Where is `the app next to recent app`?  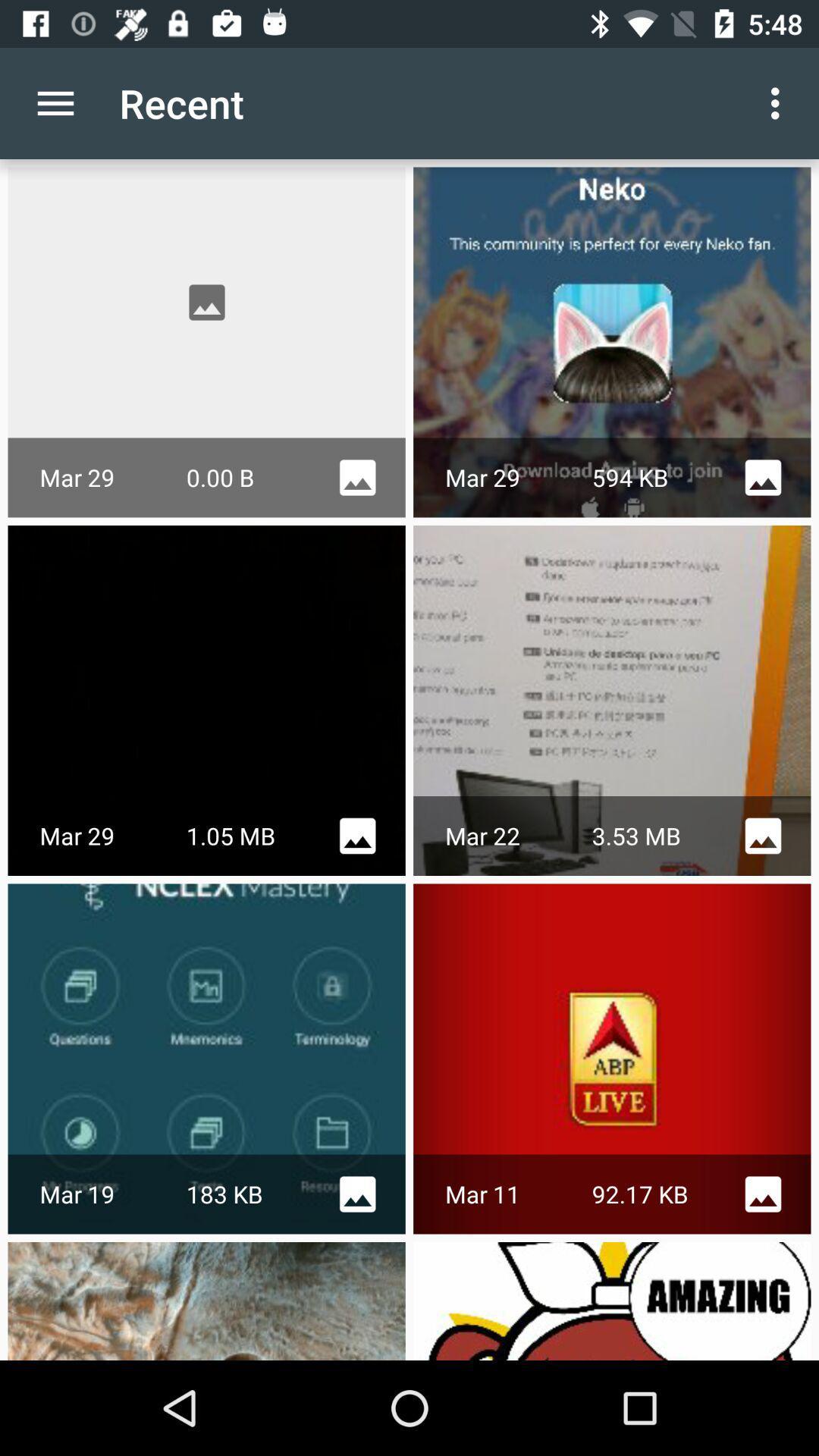 the app next to recent app is located at coordinates (55, 102).